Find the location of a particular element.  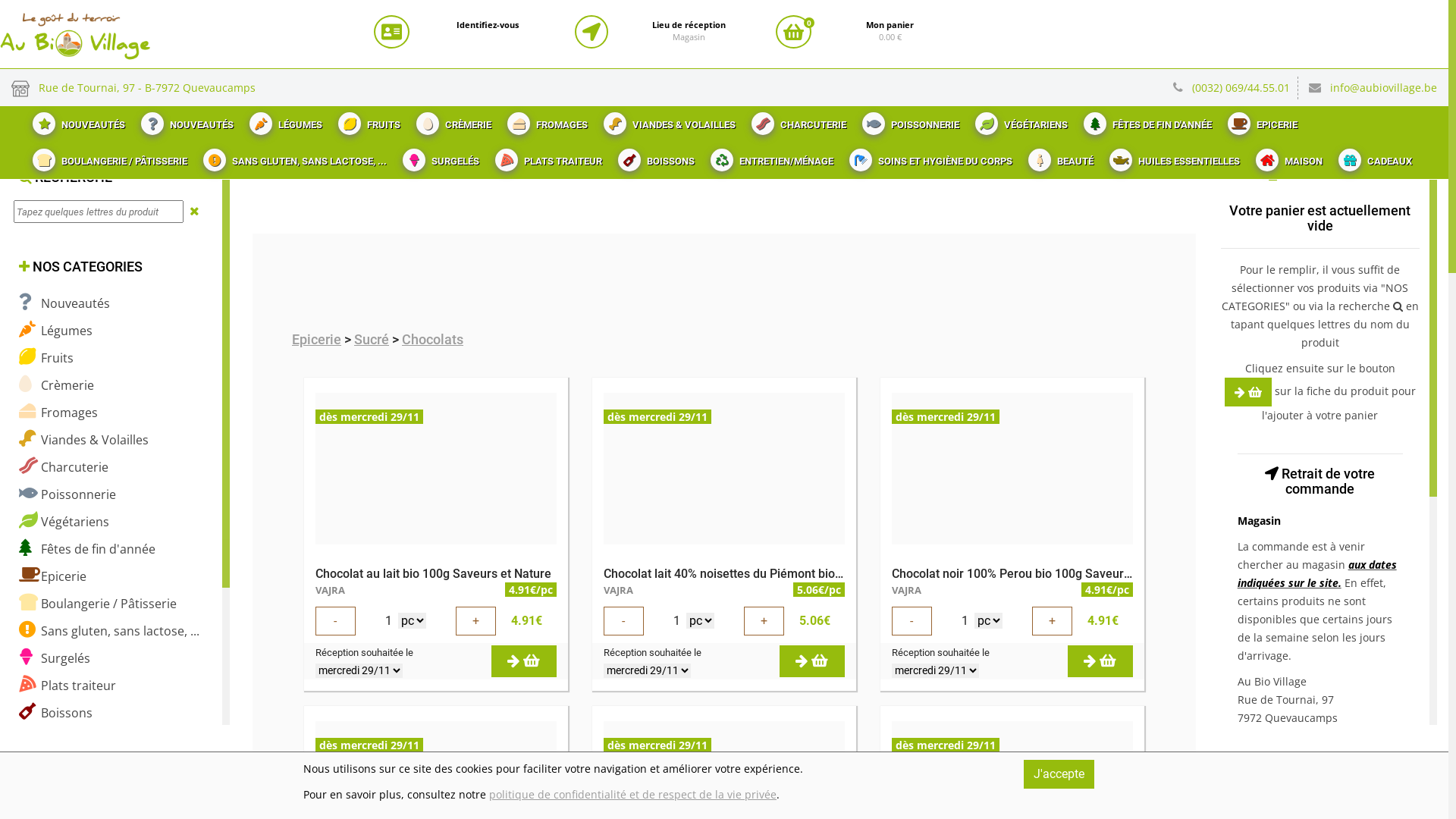

'EPICERIE' is located at coordinates (1260, 119).